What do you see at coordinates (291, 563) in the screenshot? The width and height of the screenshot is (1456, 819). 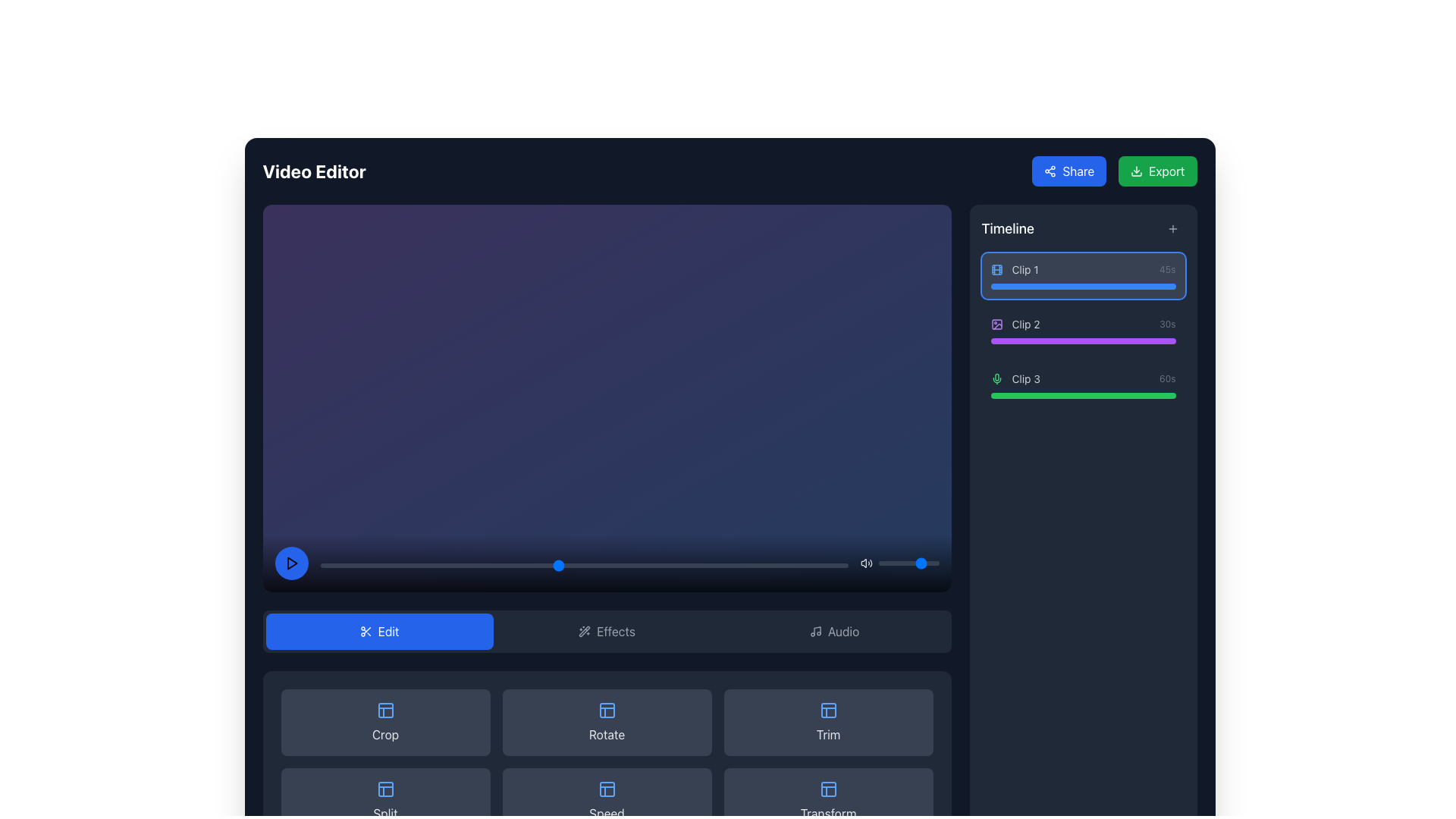 I see `the triangular play icon, which is outlined in blue and located within a circular button in the lower-left corner of the video player area` at bounding box center [291, 563].